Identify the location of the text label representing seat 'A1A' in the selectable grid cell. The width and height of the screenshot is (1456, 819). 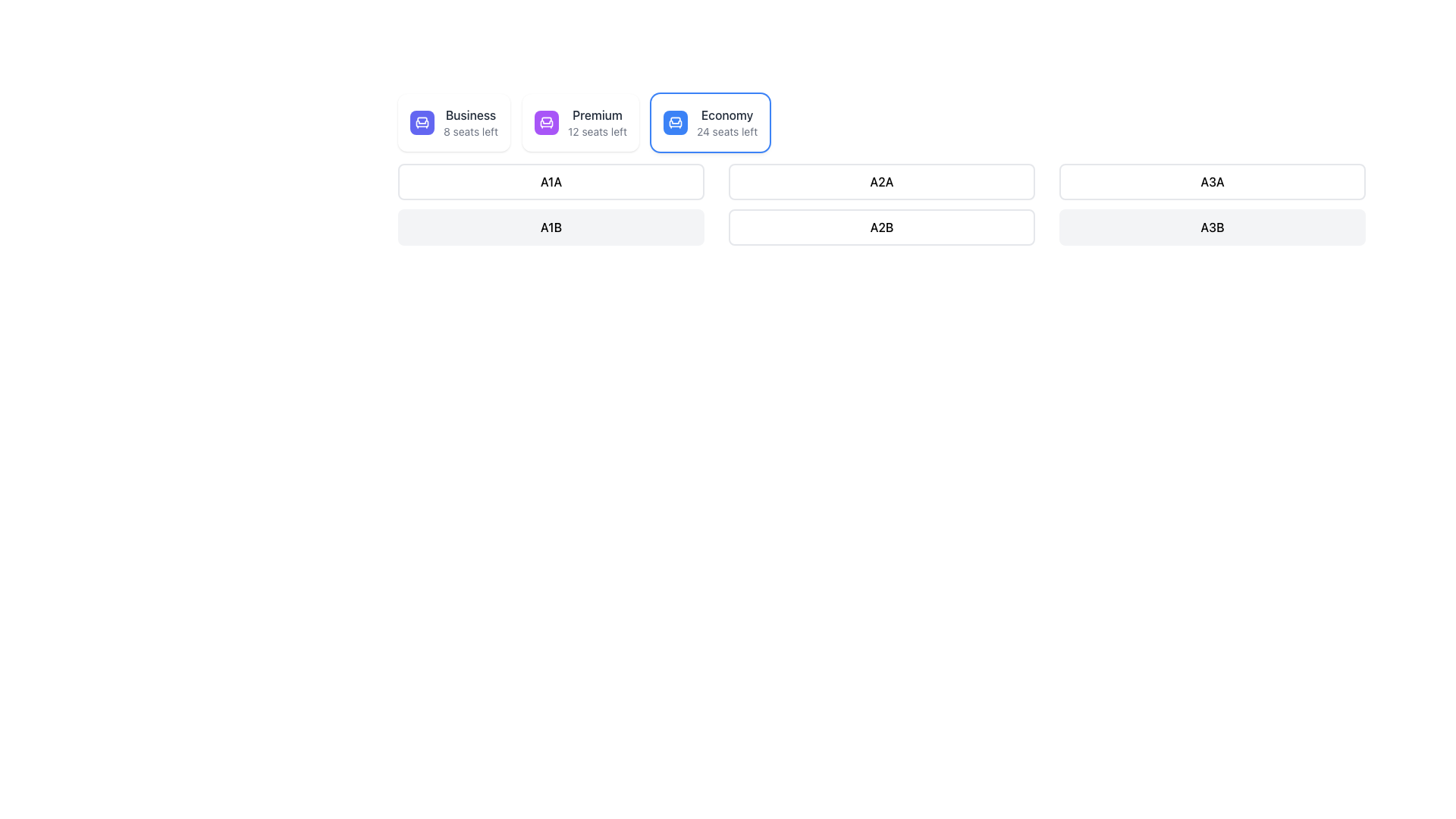
(550, 180).